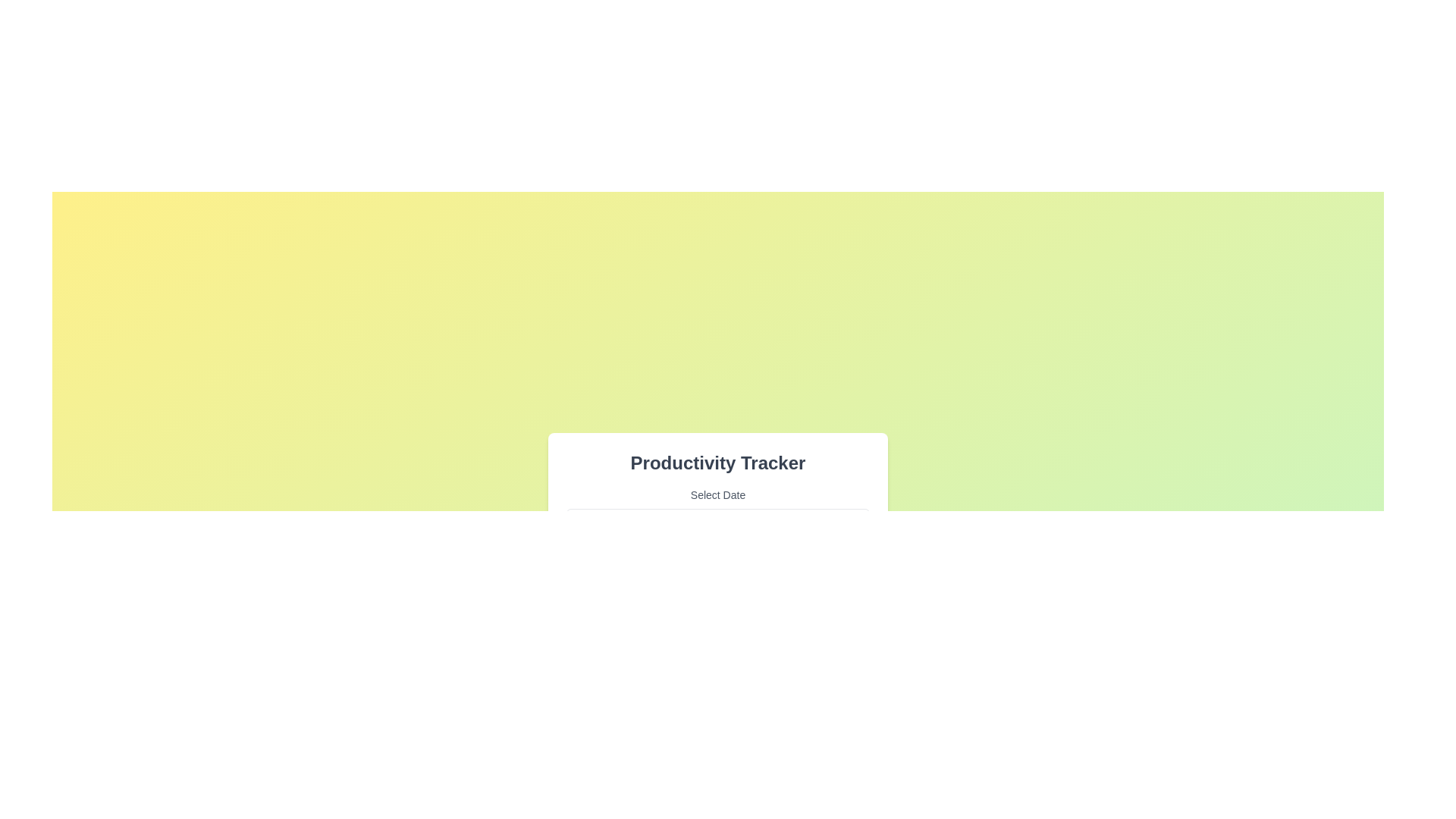 This screenshot has width=1456, height=819. I want to click on the bold text label 'Productivity Tracker' displayed at the top of the content card, so click(717, 462).